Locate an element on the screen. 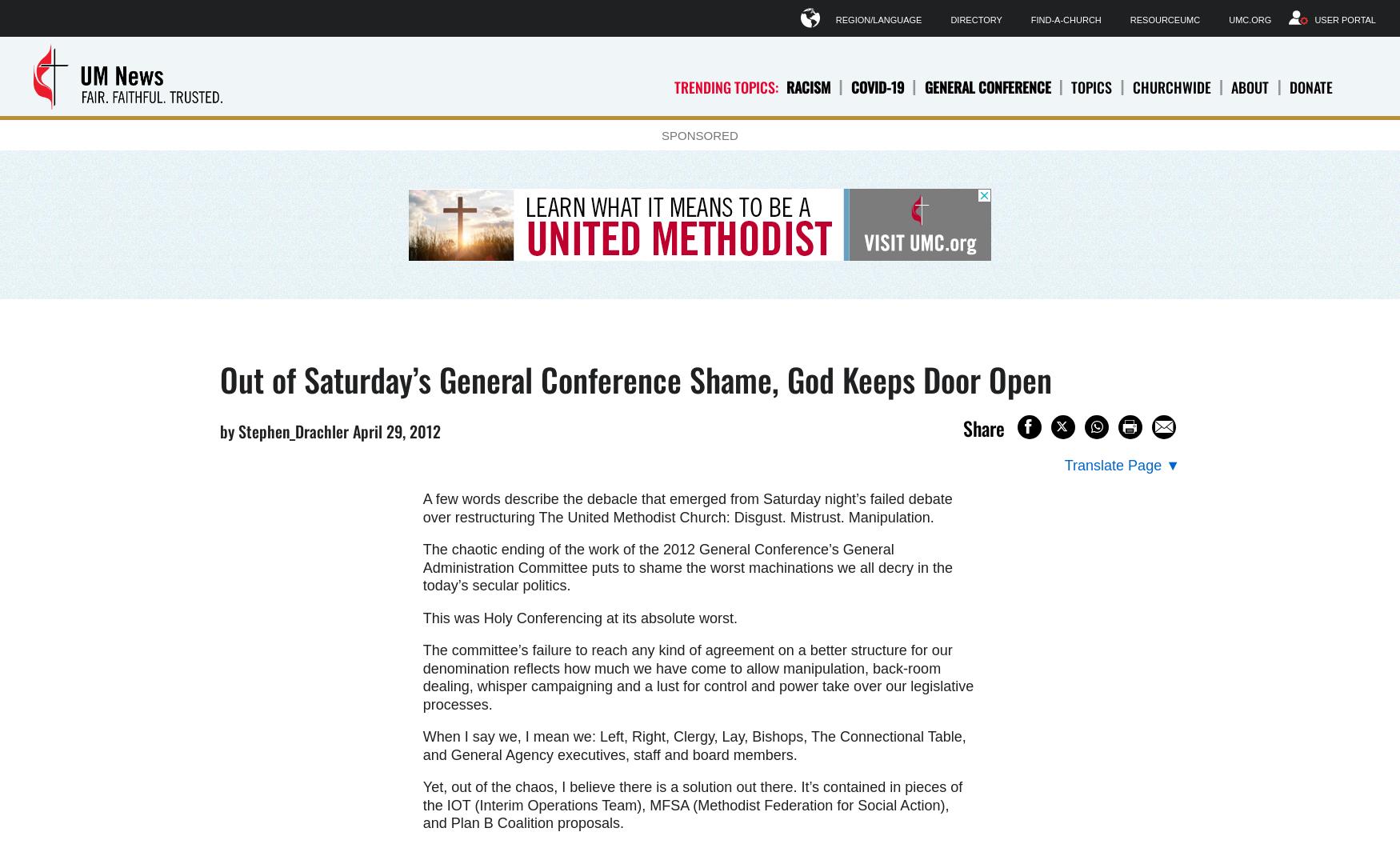 This screenshot has width=1400, height=844. 'Trending Topics:' is located at coordinates (726, 86).